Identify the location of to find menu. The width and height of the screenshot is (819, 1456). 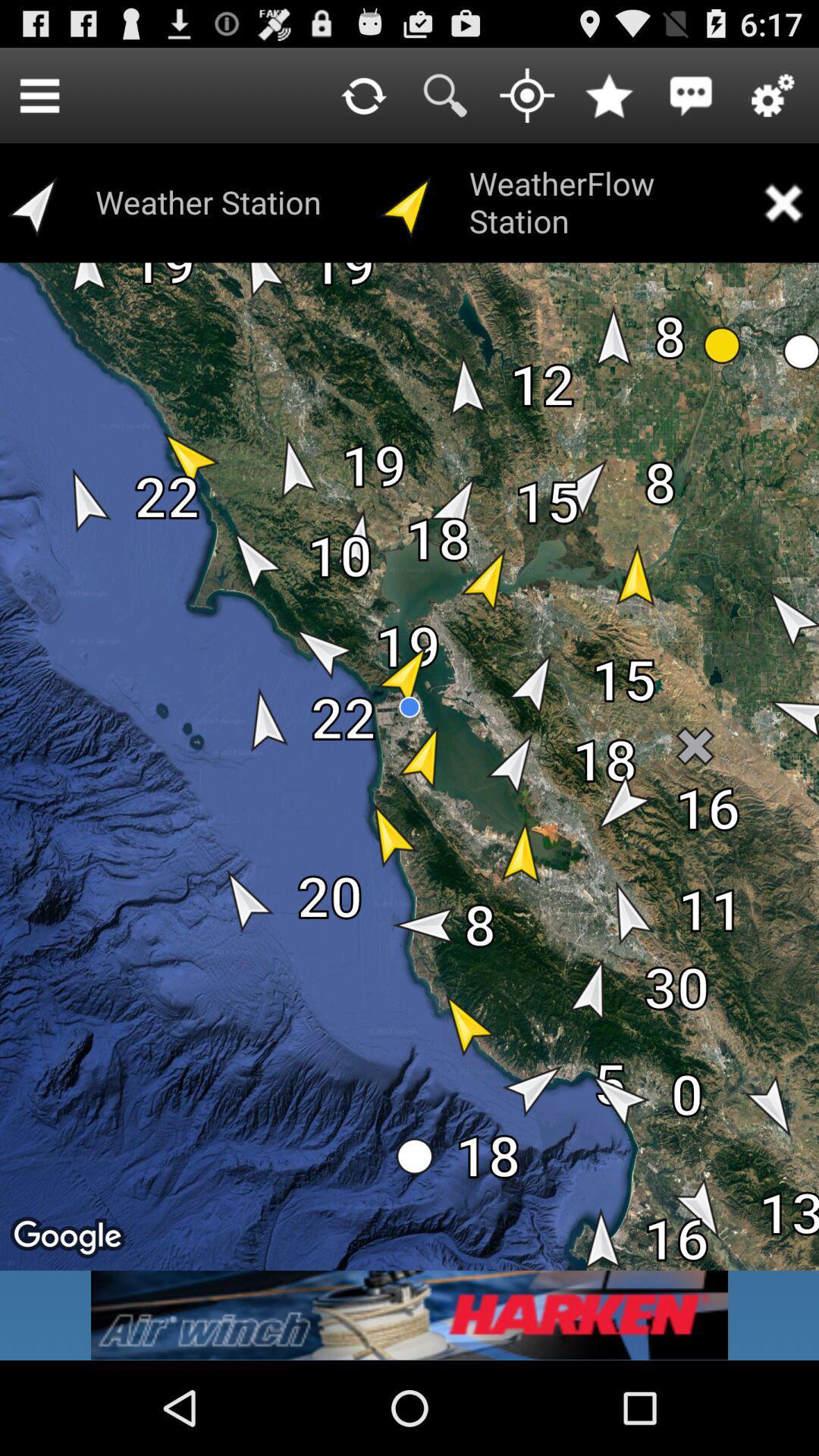
(39, 94).